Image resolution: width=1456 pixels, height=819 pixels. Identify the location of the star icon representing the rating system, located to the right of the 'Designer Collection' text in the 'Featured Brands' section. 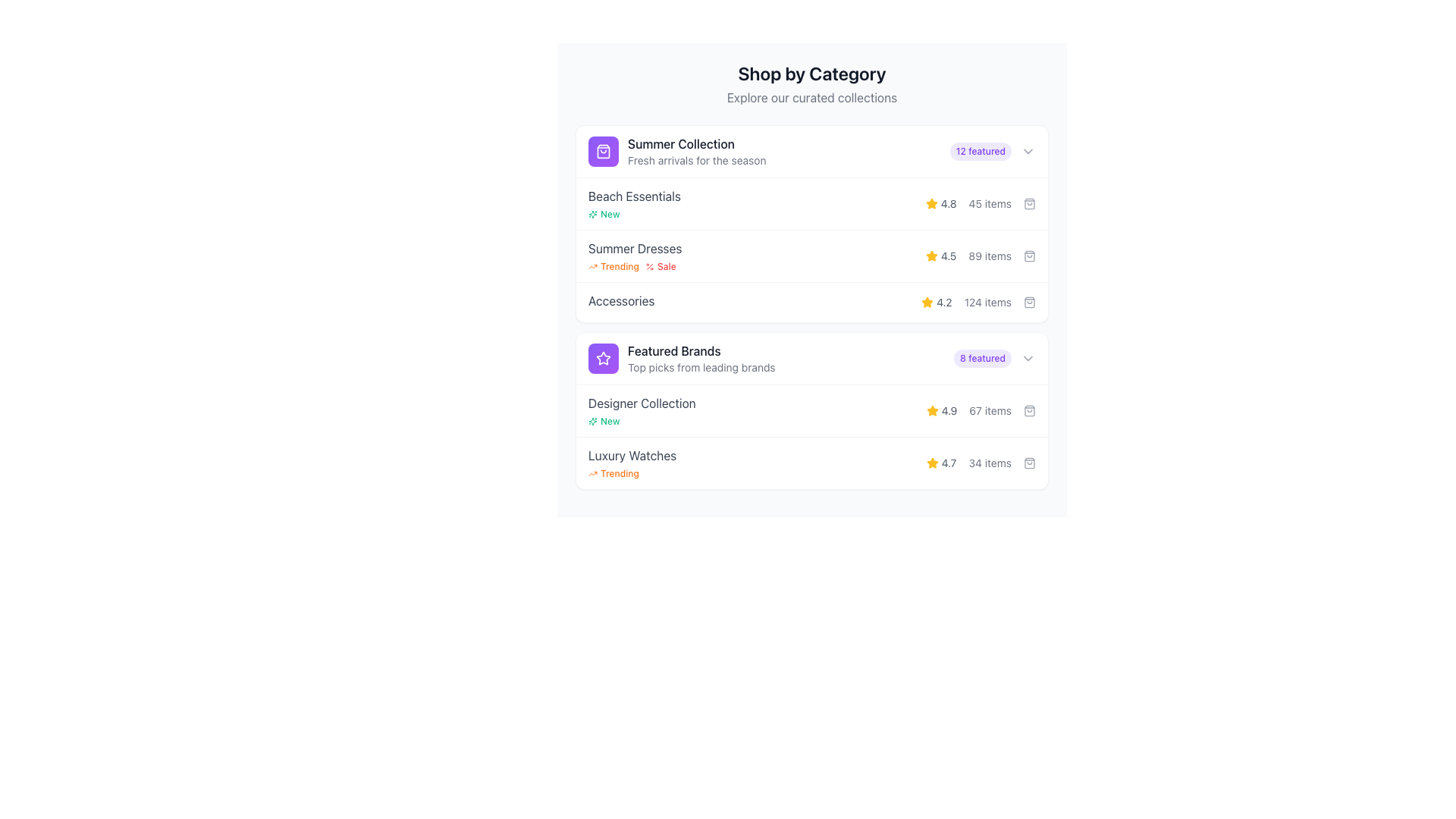
(931, 411).